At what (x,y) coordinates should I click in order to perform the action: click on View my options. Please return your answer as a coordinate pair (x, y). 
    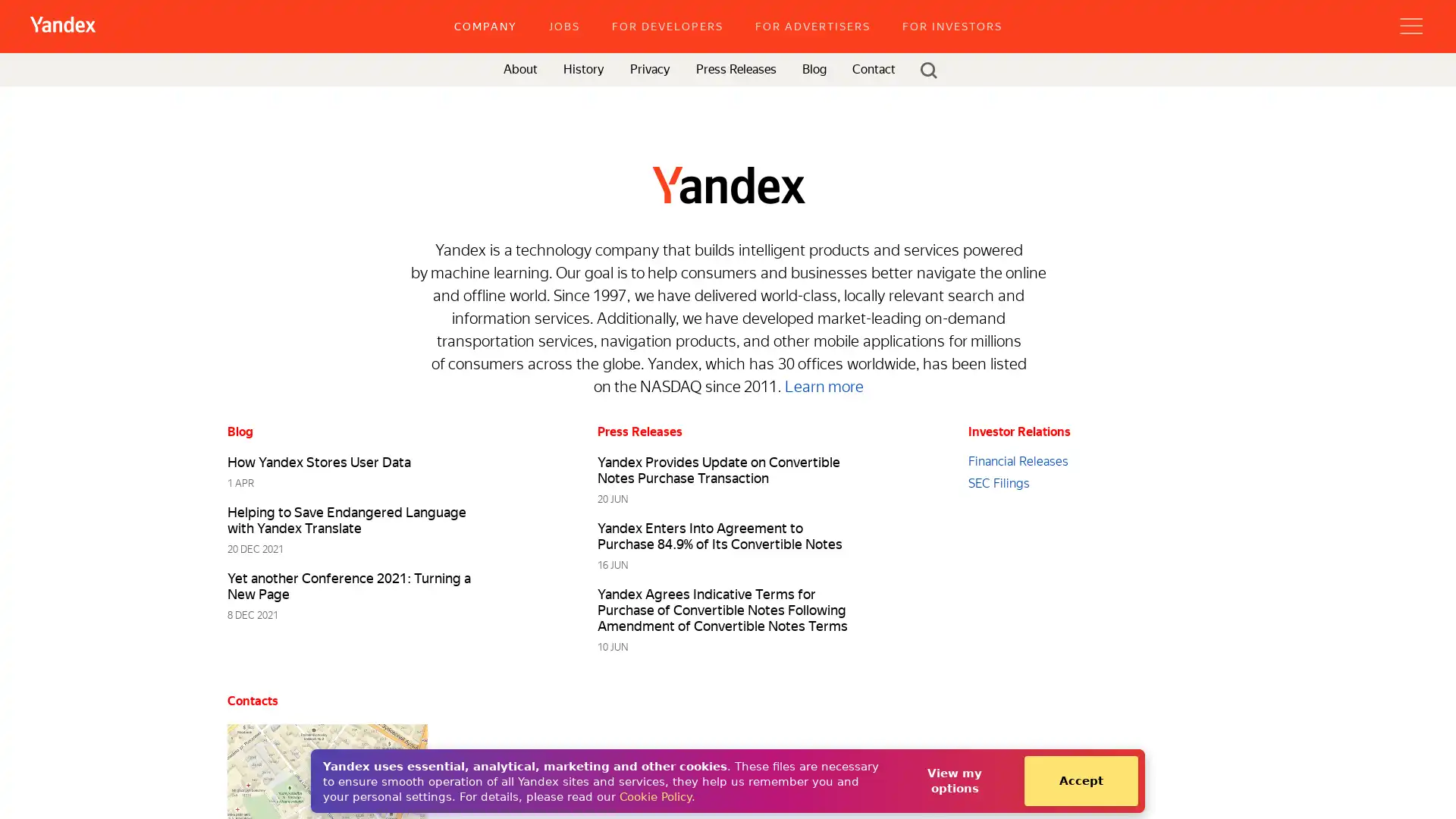
    Looking at the image, I should click on (953, 780).